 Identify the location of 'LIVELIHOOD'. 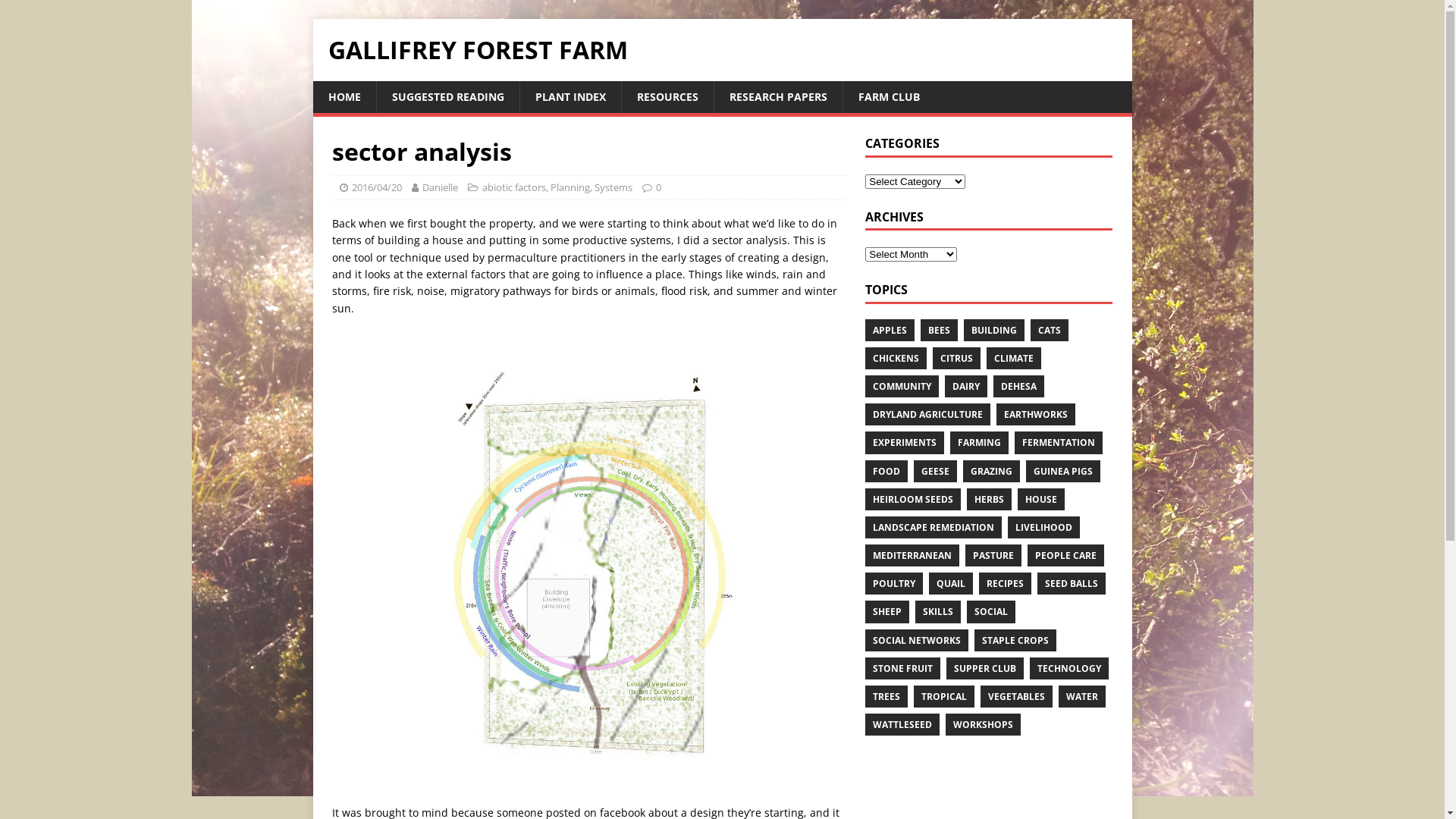
(1043, 526).